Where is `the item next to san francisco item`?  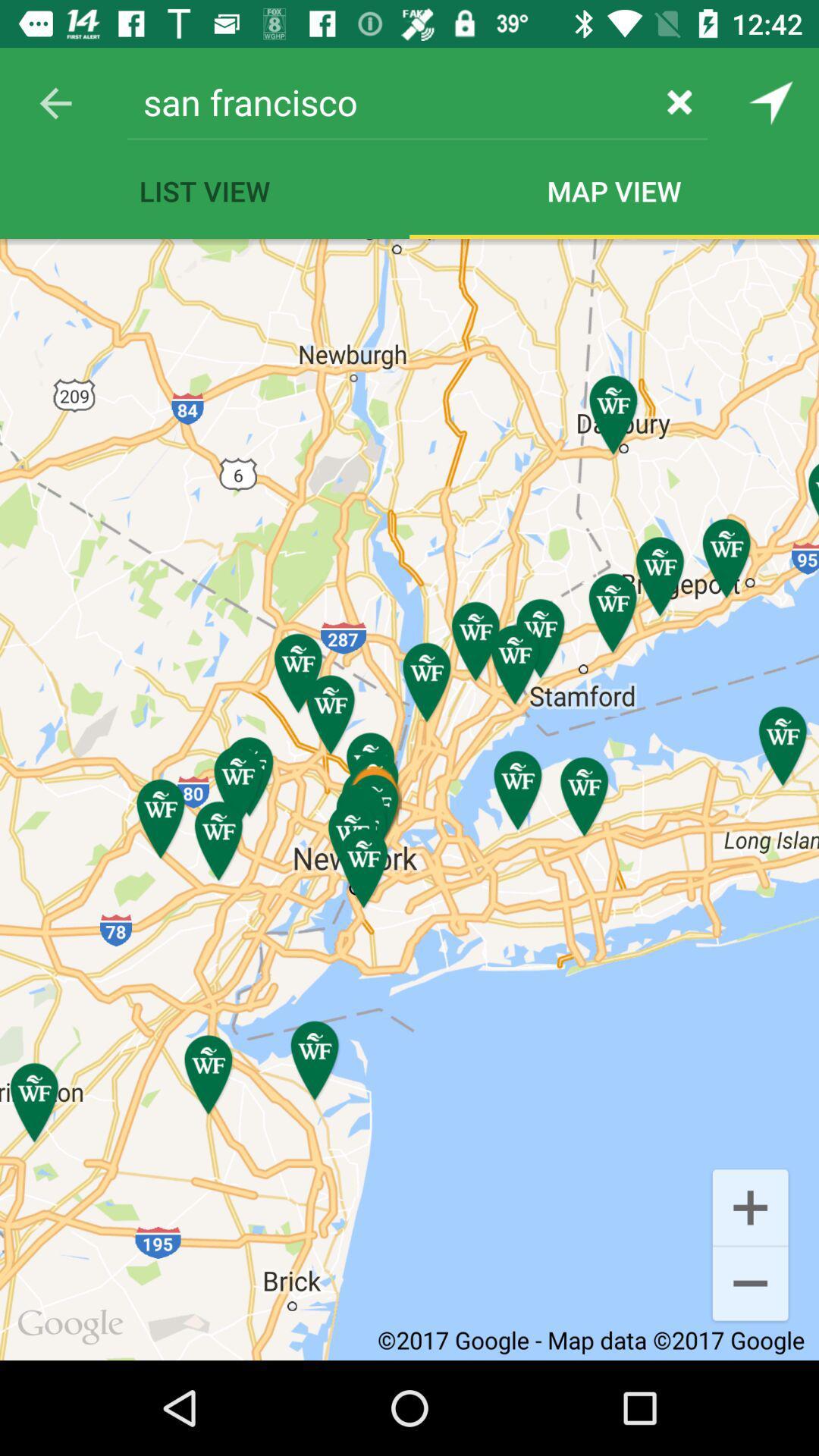
the item next to san francisco item is located at coordinates (679, 101).